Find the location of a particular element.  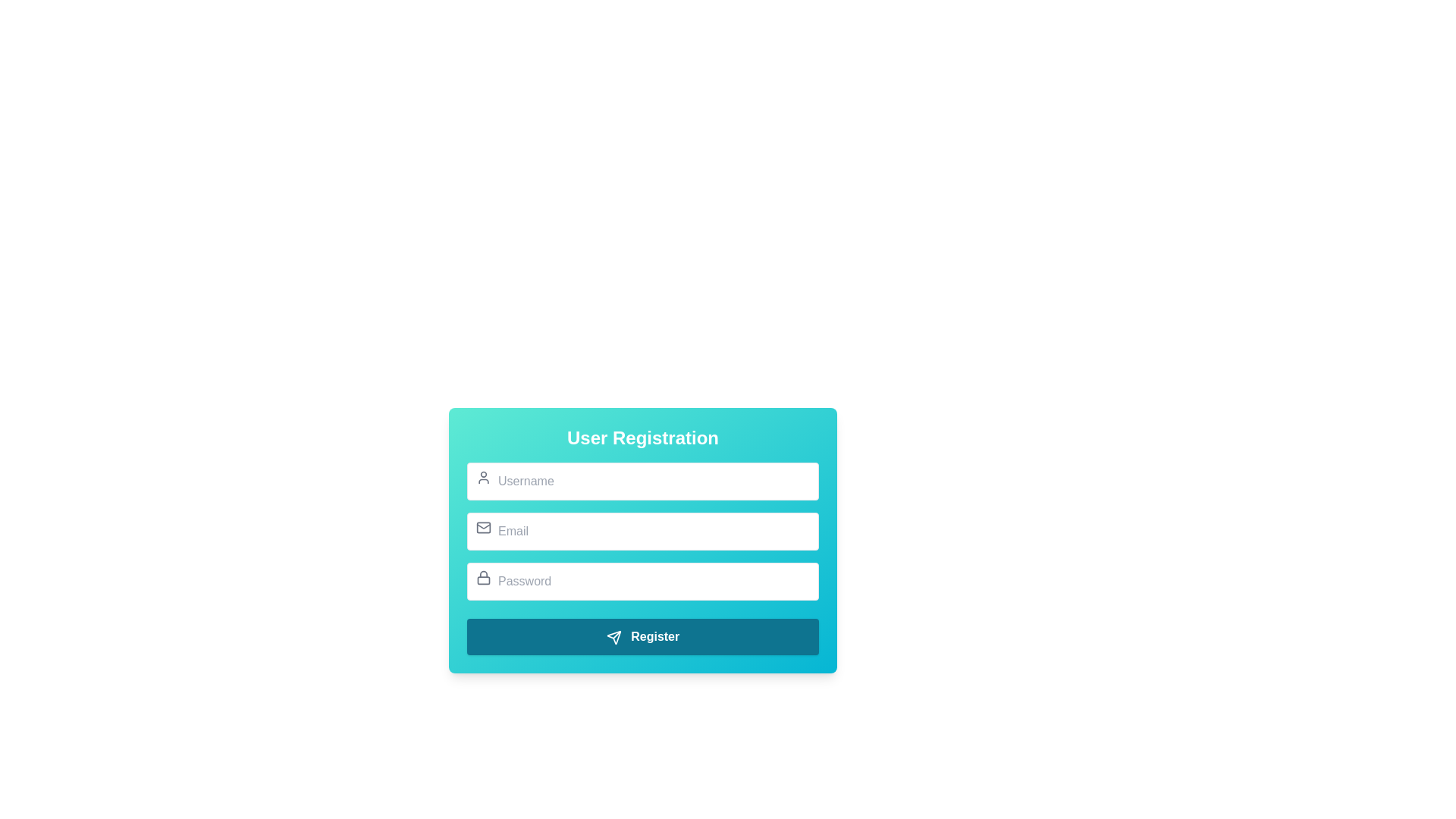

the user profile icon with a gray outline located to the left of the 'Username' input field is located at coordinates (483, 476).